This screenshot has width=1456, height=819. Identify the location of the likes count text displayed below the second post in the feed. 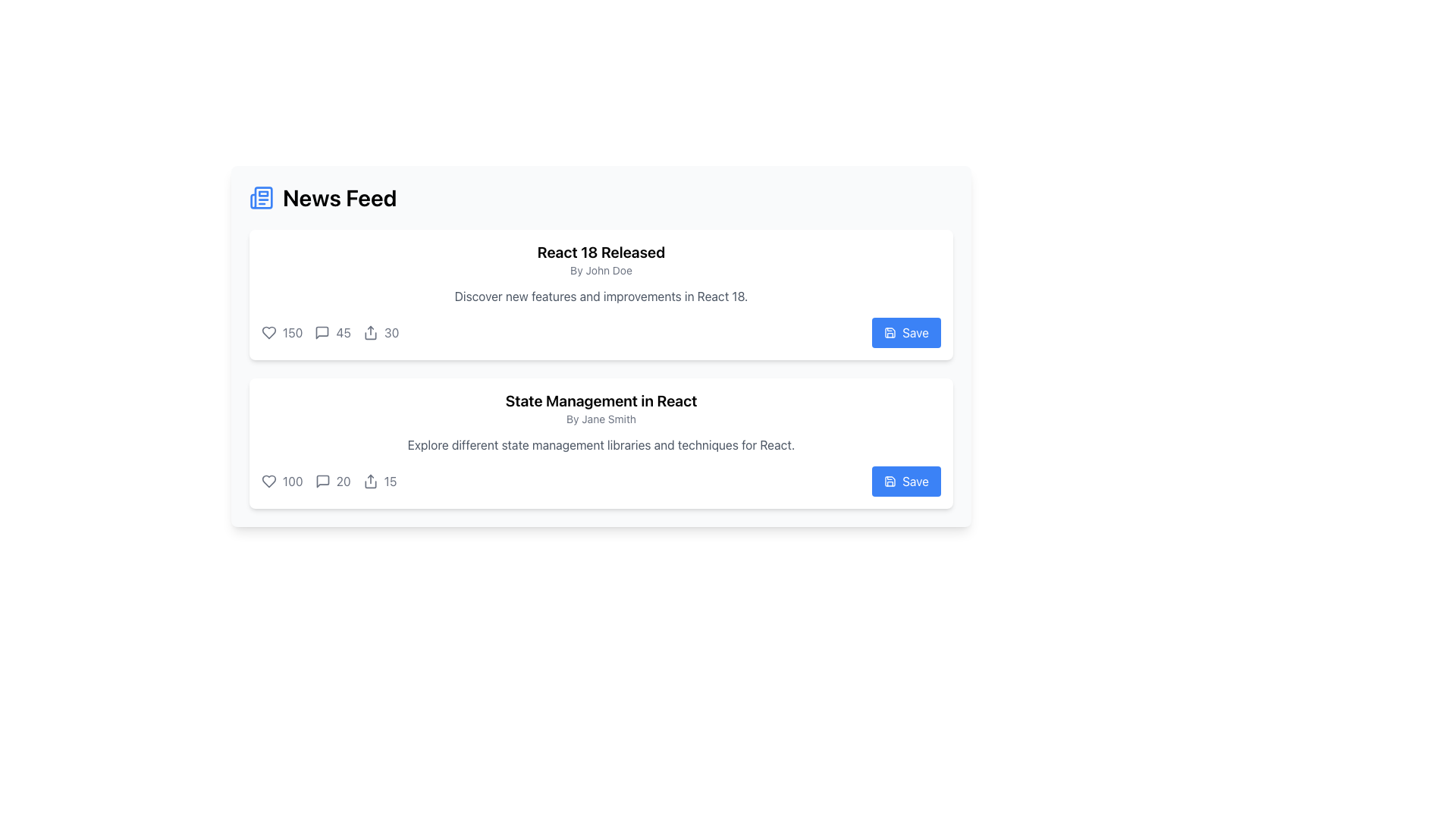
(282, 482).